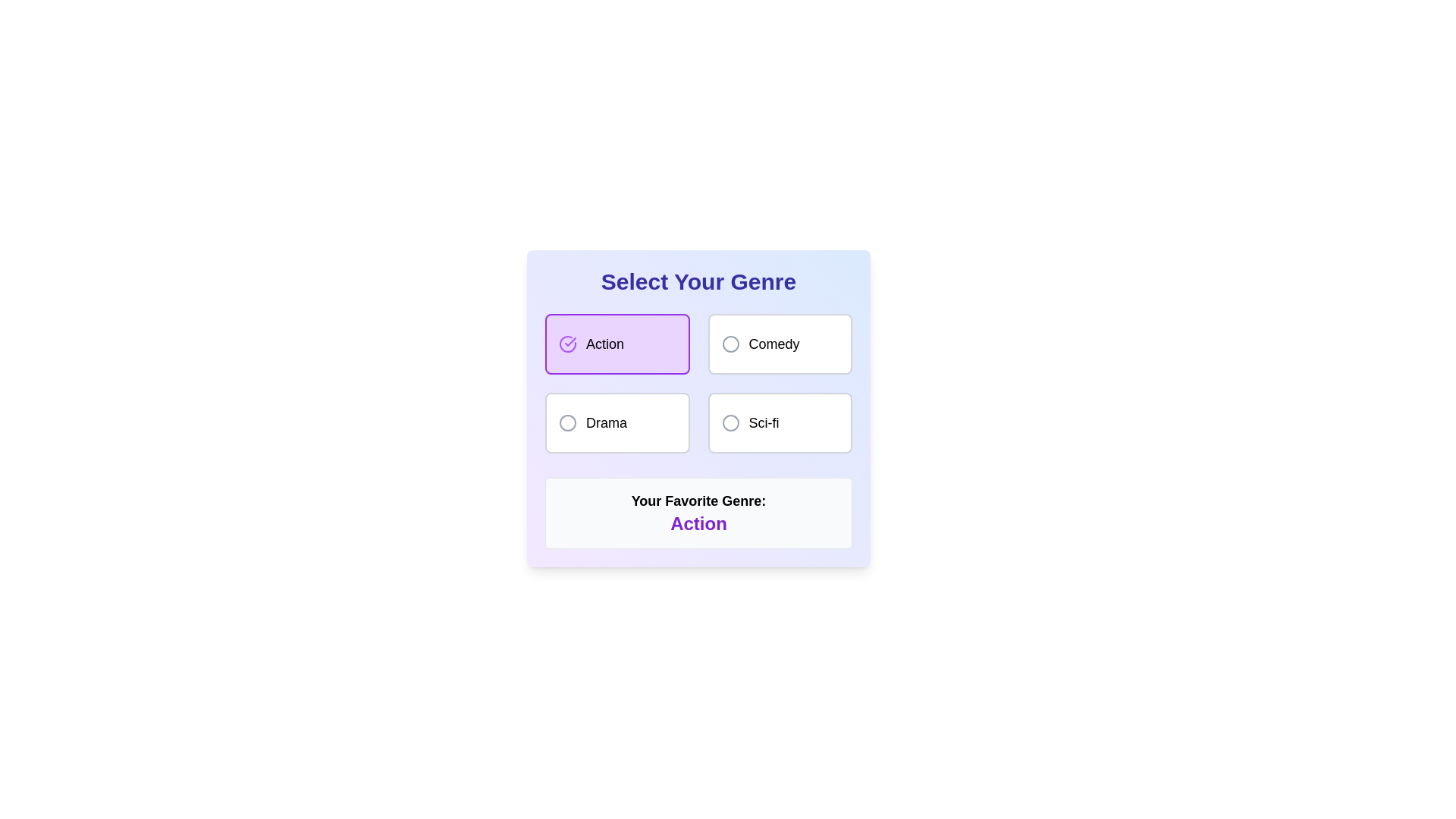 This screenshot has height=819, width=1456. Describe the element at coordinates (617, 423) in the screenshot. I see `the 'Drama' genre radio button located in the second row and first column of the grid layout` at that location.